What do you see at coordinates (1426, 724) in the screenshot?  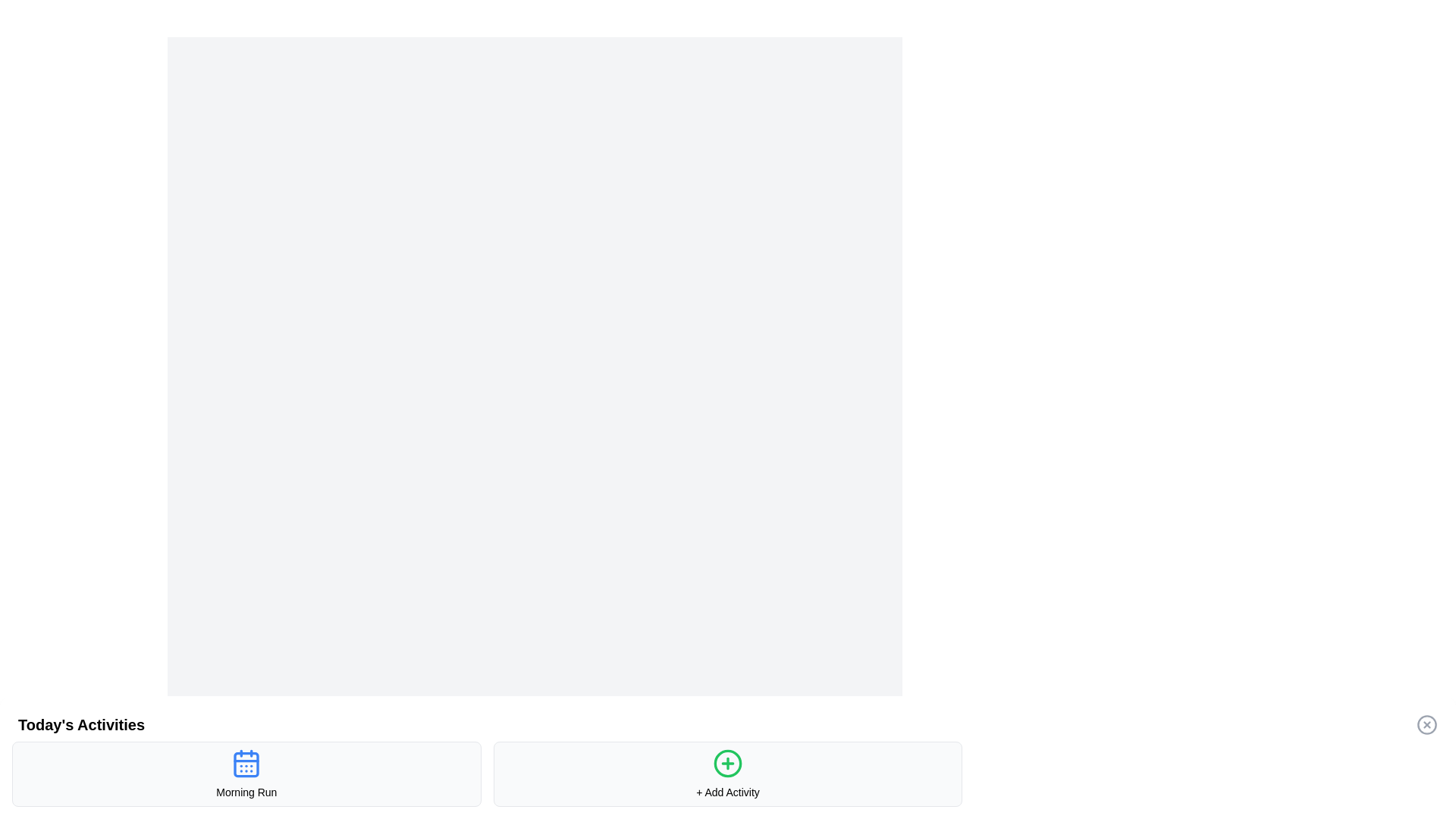 I see `the SVG Circle Element, which is a circular shape with a radius of 10 units, located in the top-right corner of a 28x28 SVG icon representing a close or delete action` at bounding box center [1426, 724].